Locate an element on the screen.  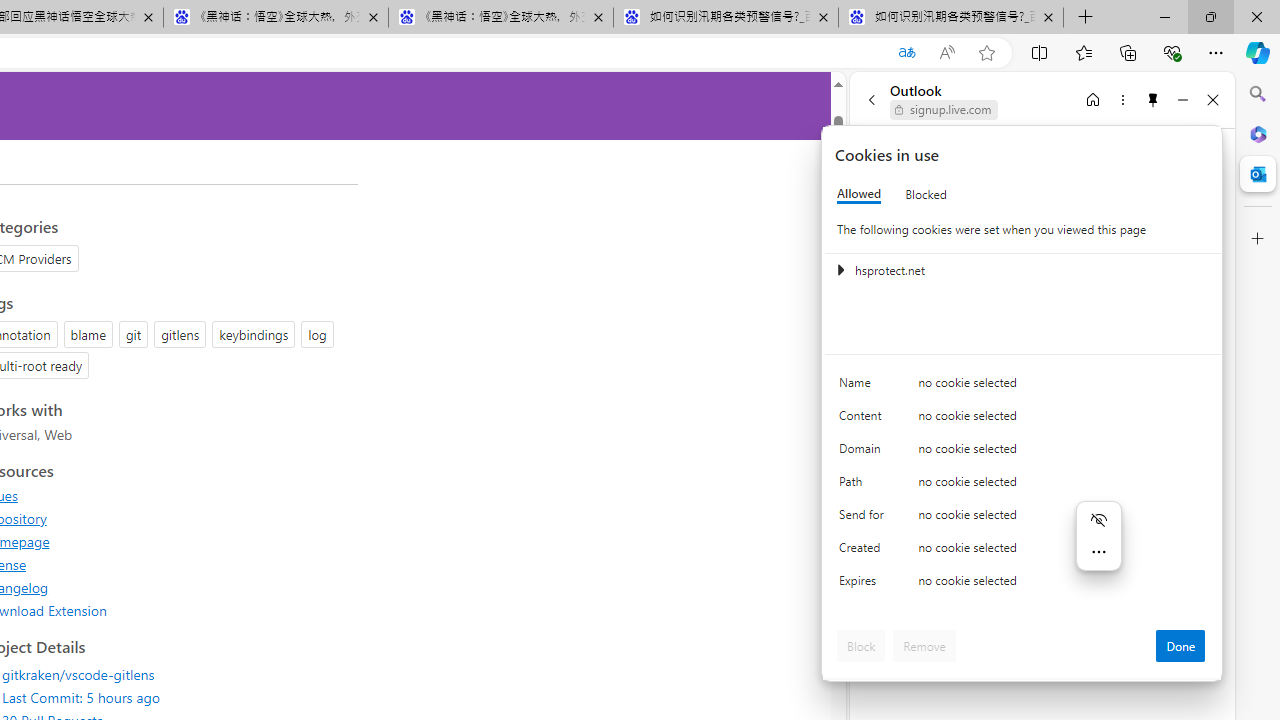
'Created' is located at coordinates (865, 552).